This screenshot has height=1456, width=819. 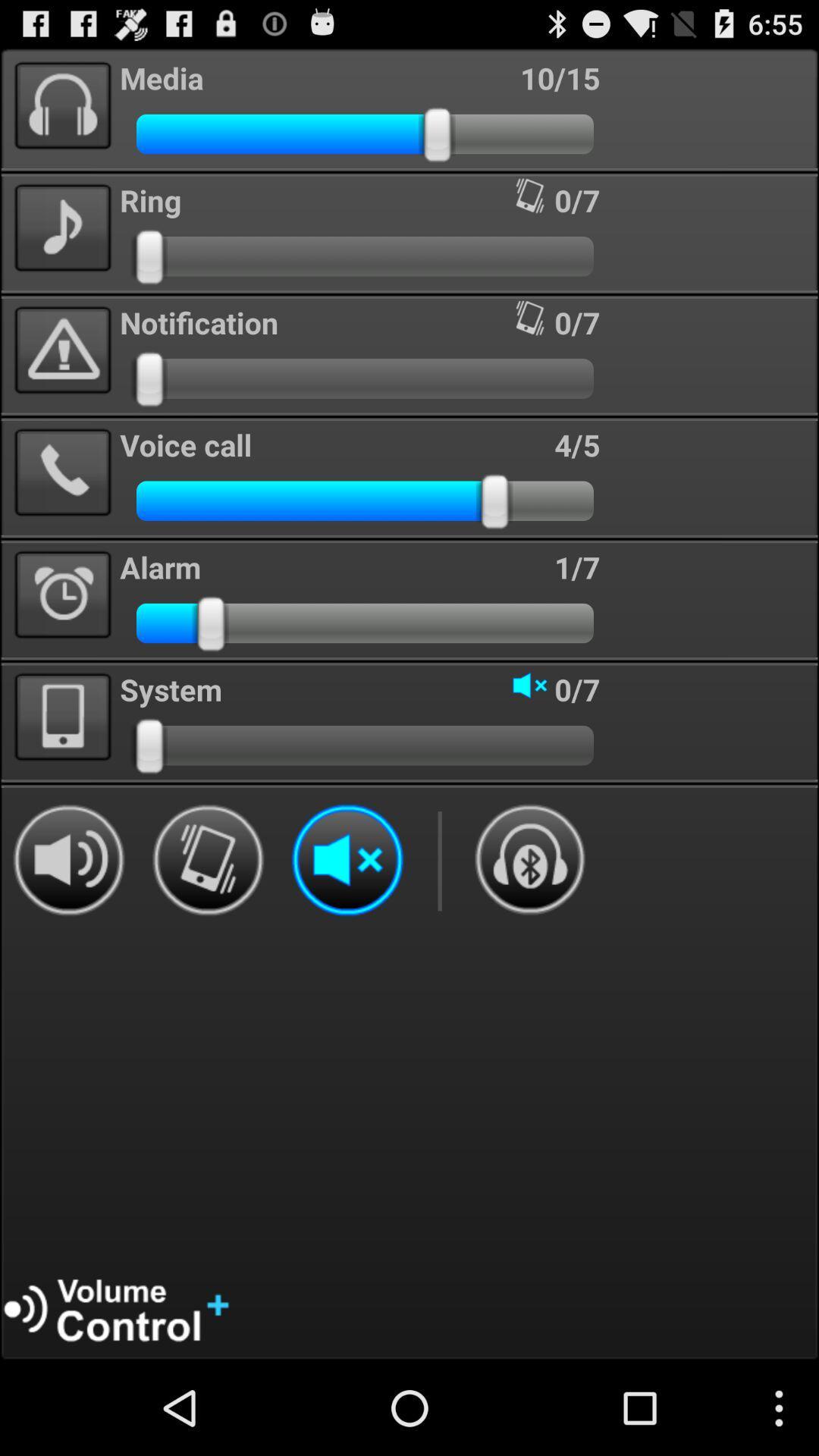 I want to click on the warning icon, so click(x=62, y=375).